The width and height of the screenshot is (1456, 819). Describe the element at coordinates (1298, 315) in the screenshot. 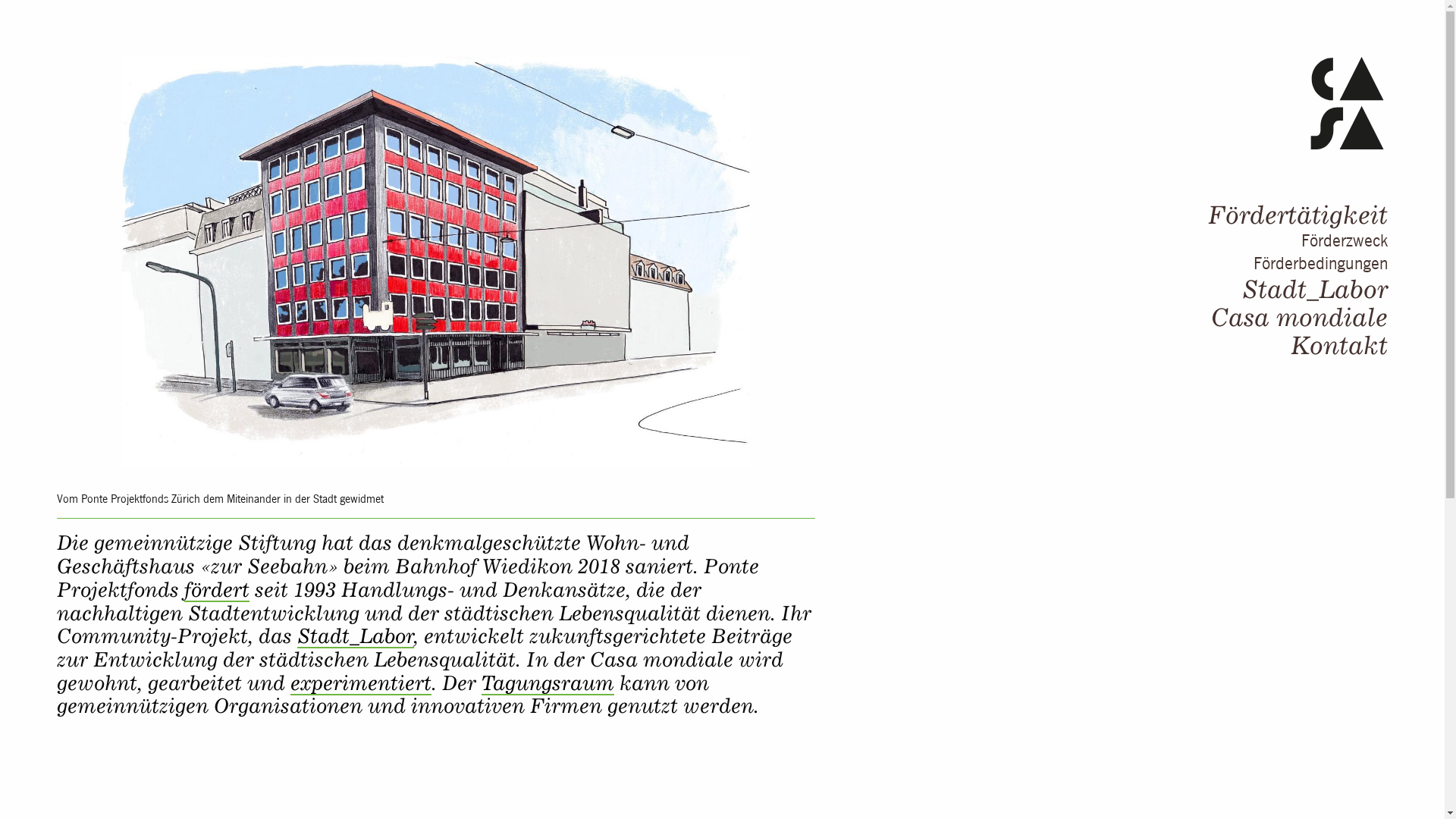

I see `'Casa mondiale'` at that location.